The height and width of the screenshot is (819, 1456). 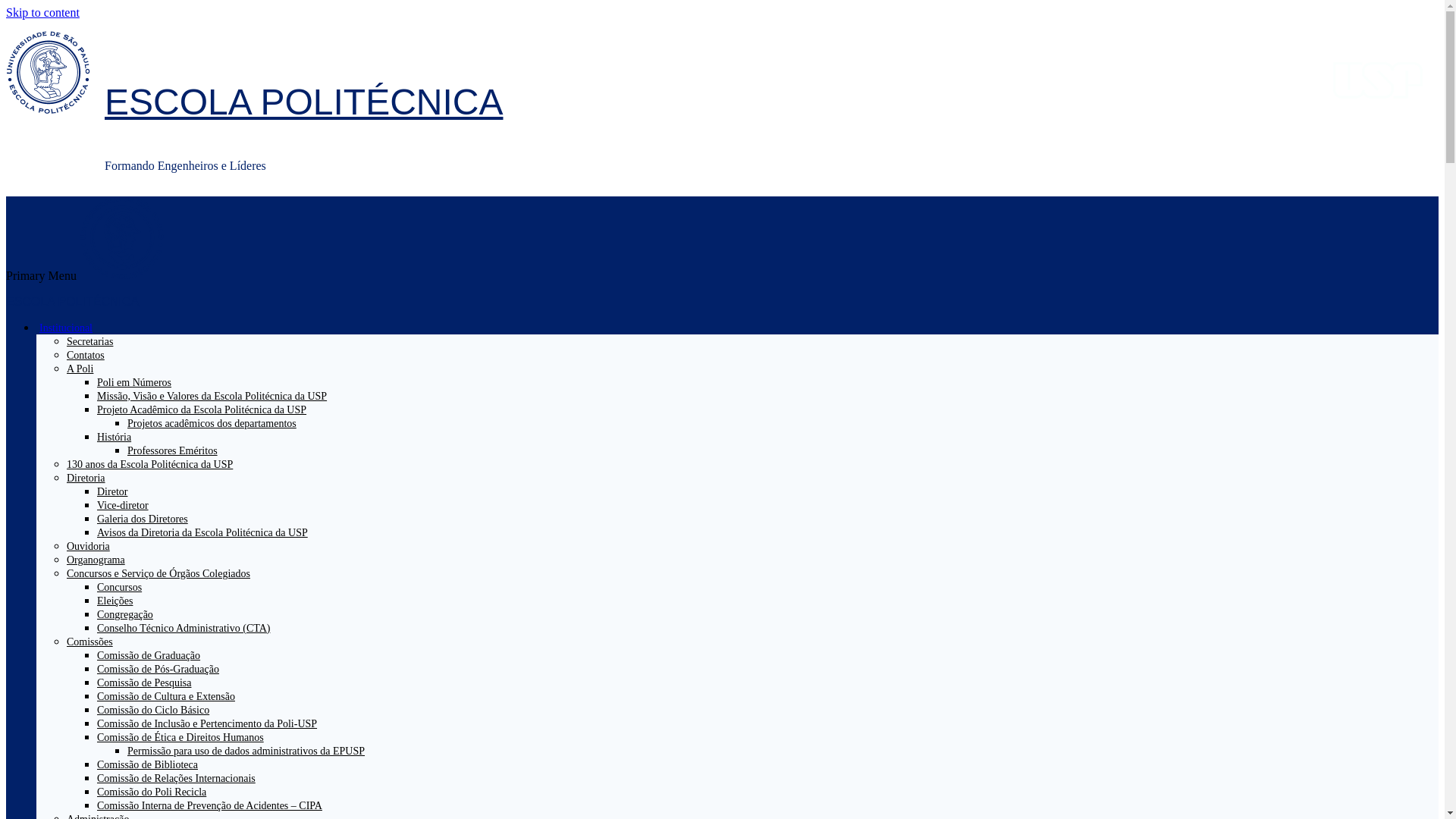 What do you see at coordinates (95, 560) in the screenshot?
I see `'Organograma'` at bounding box center [95, 560].